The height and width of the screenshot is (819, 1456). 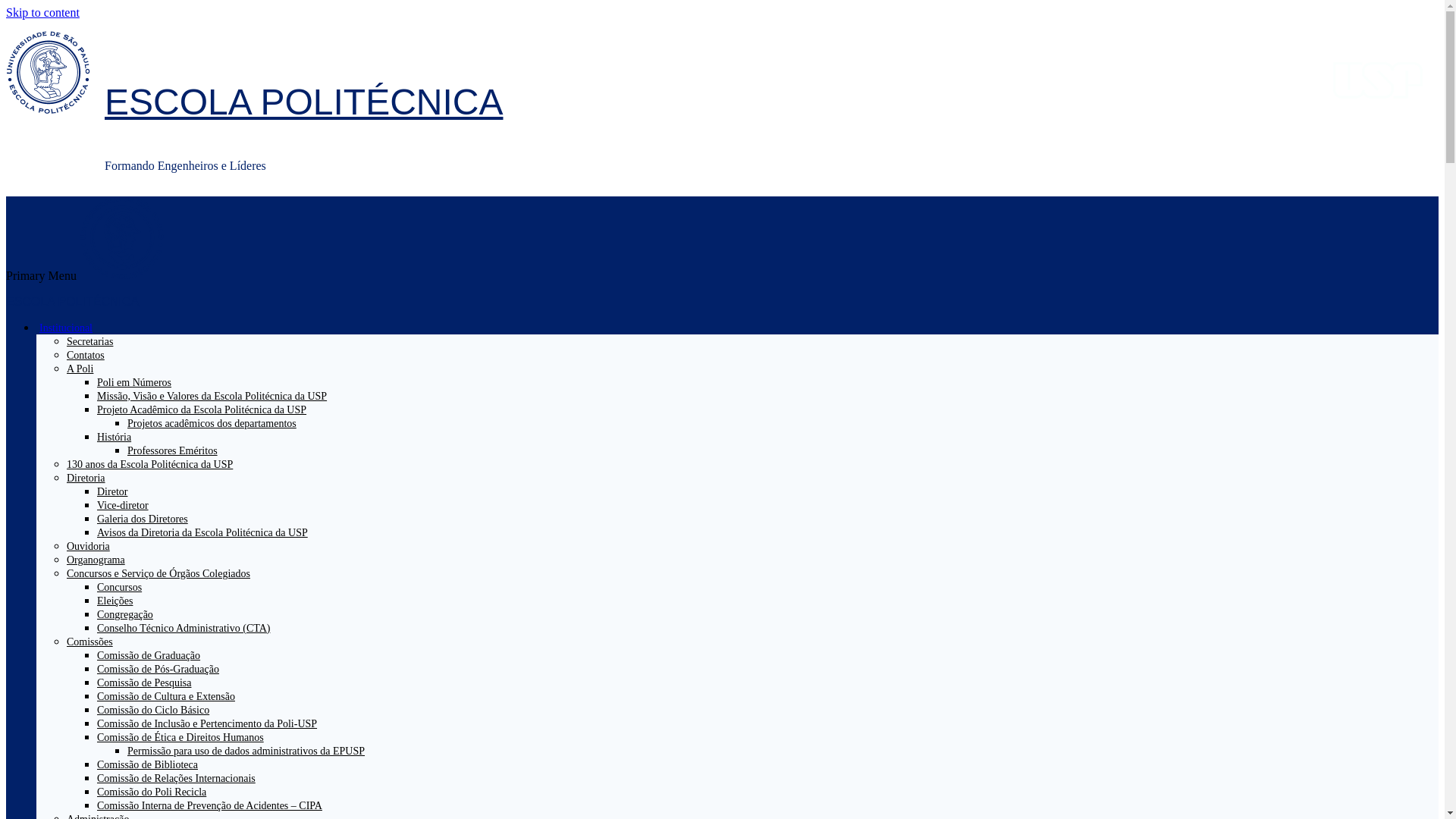 What do you see at coordinates (95, 560) in the screenshot?
I see `'Organograma'` at bounding box center [95, 560].